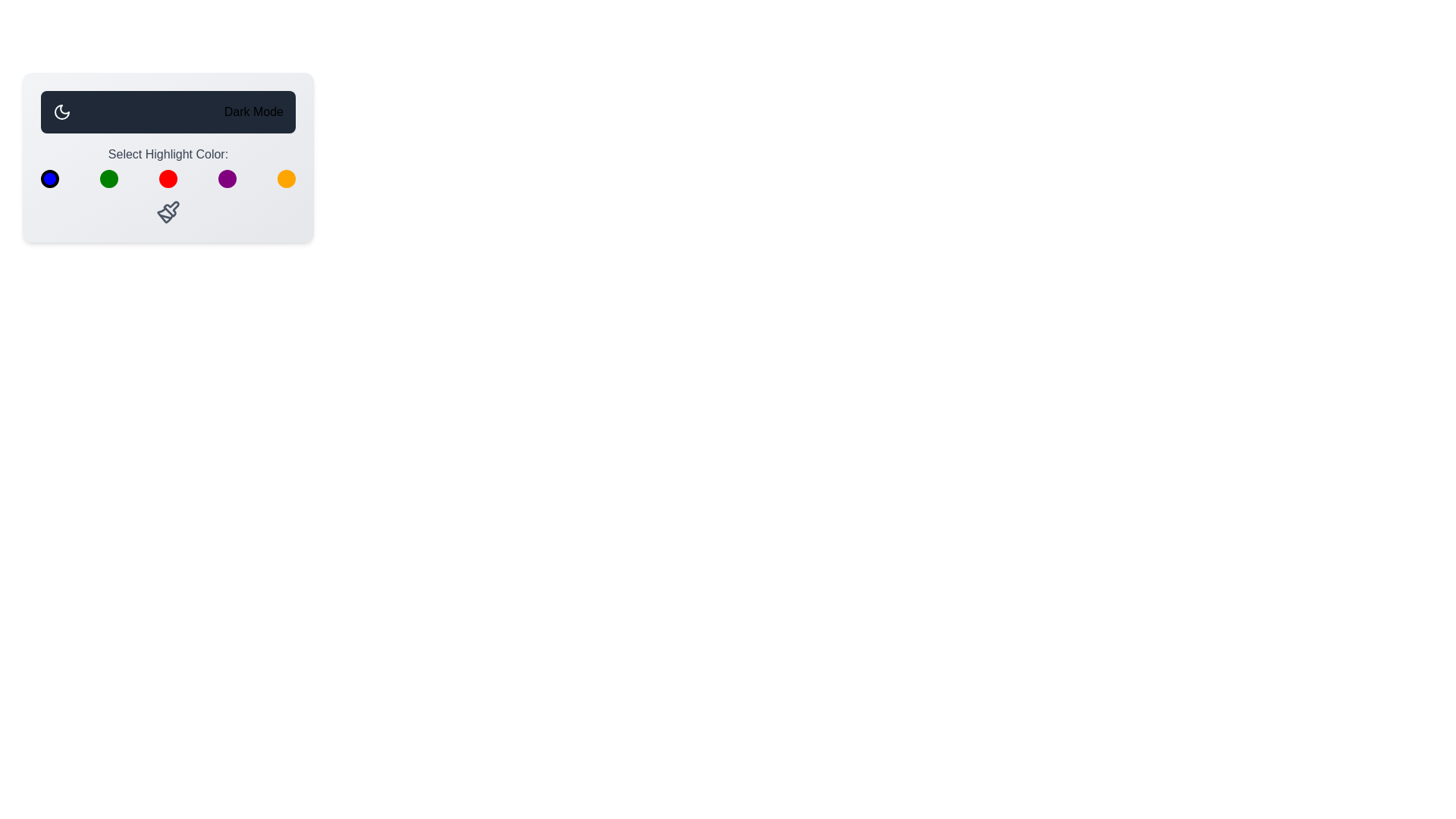  Describe the element at coordinates (253, 111) in the screenshot. I see `the text label that reads 'Dark Mode', styled in bold black color against a dark gray background, positioned to the right of a crescent moon icon` at that location.